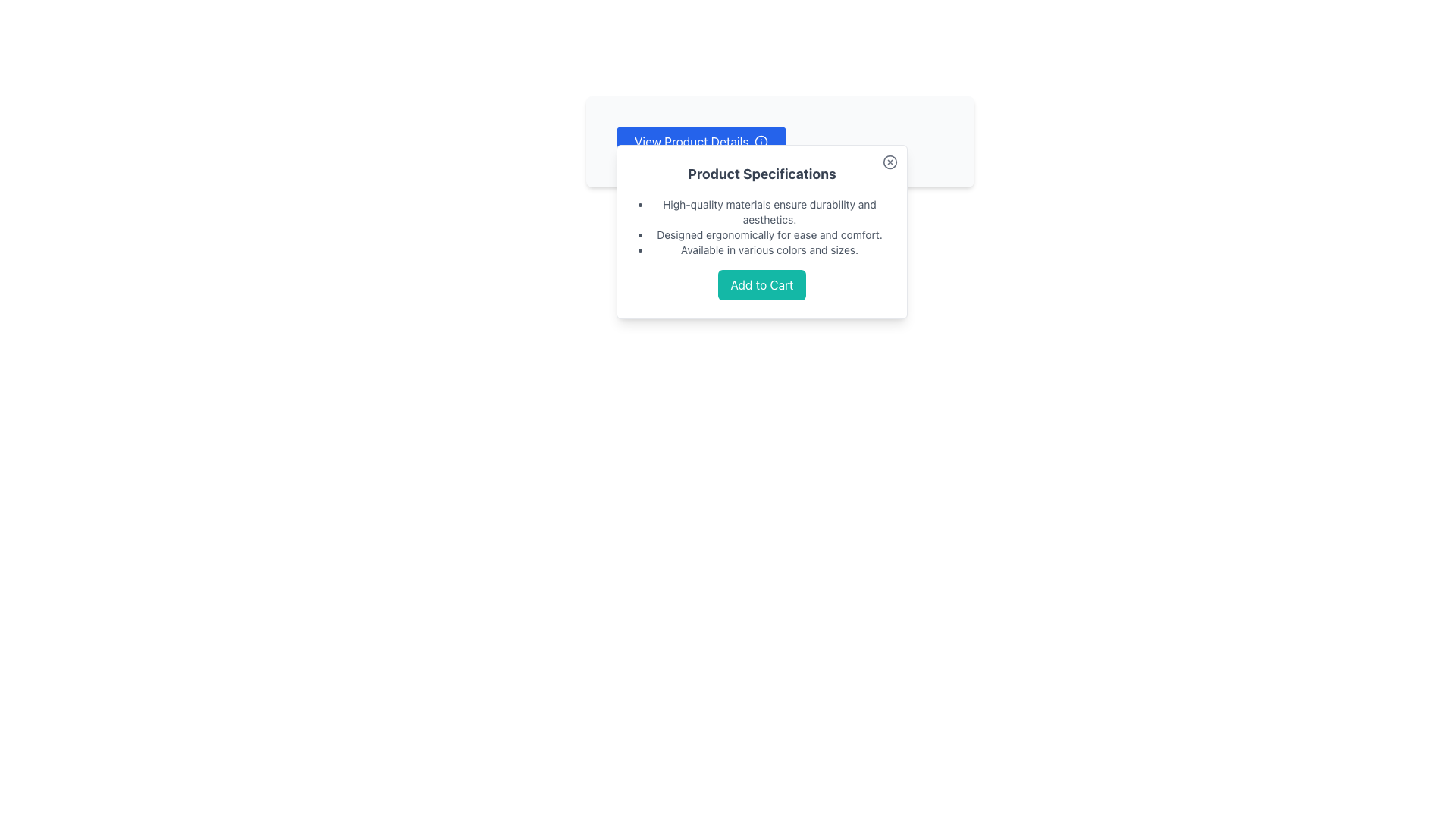 The height and width of the screenshot is (819, 1456). Describe the element at coordinates (761, 284) in the screenshot. I see `the 'Add to Cart' button, which is a teal rectangular button with rounded corners and white text` at that location.